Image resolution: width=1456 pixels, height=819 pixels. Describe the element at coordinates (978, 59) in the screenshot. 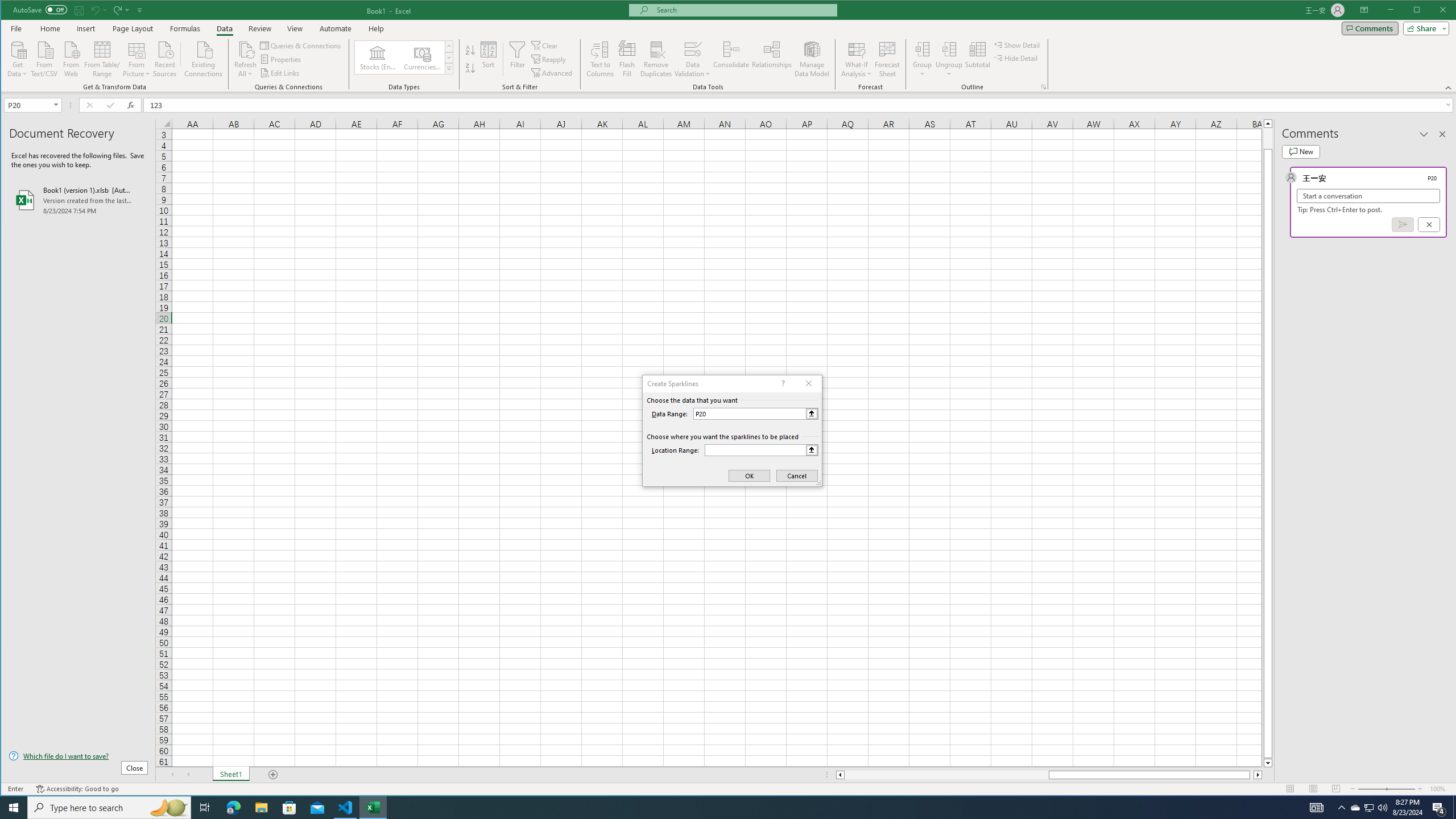

I see `'Subtotal'` at that location.